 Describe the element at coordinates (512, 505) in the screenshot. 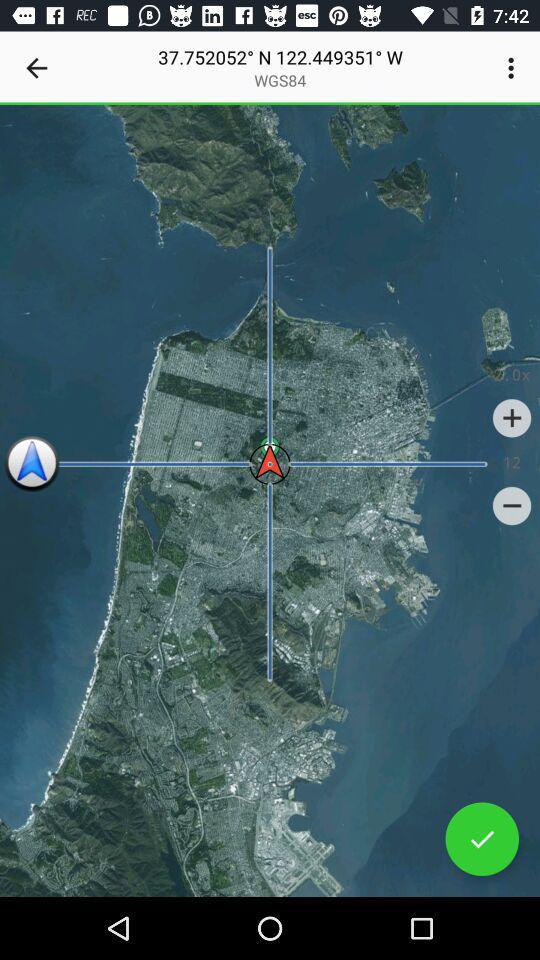

I see `item below the 12 item` at that location.